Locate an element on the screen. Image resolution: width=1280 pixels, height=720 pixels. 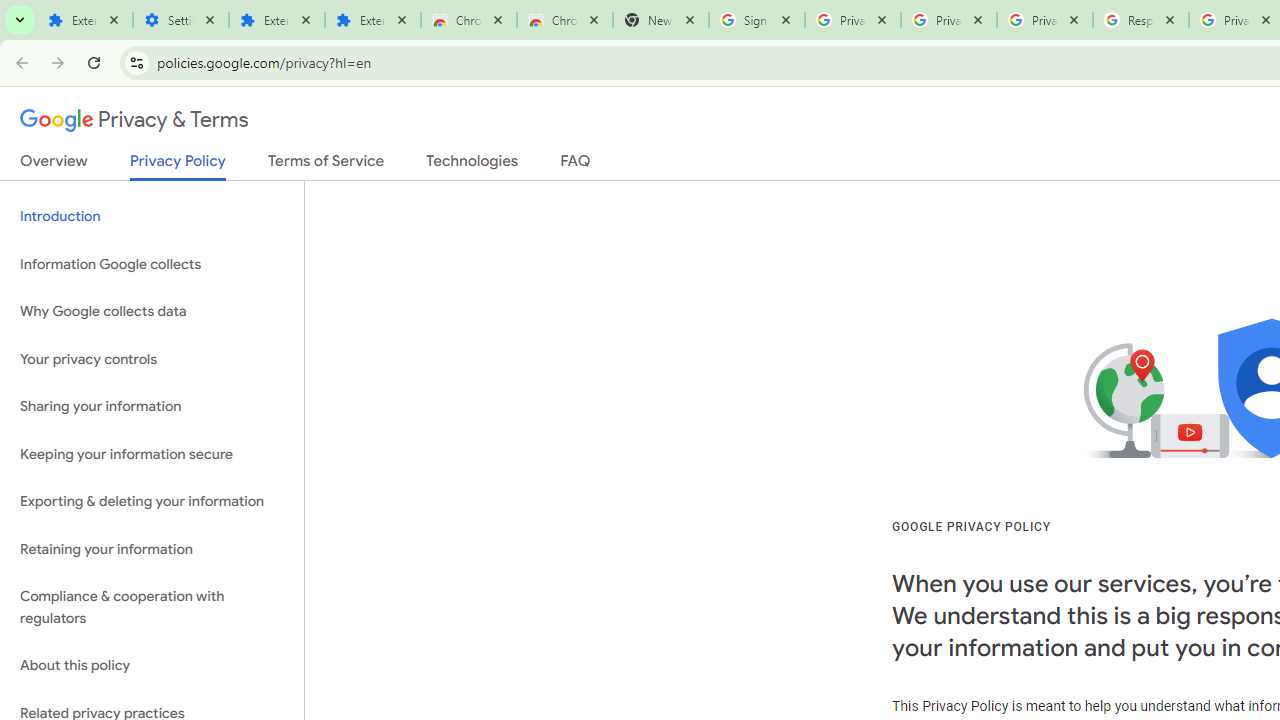
'Extensions' is located at coordinates (276, 20).